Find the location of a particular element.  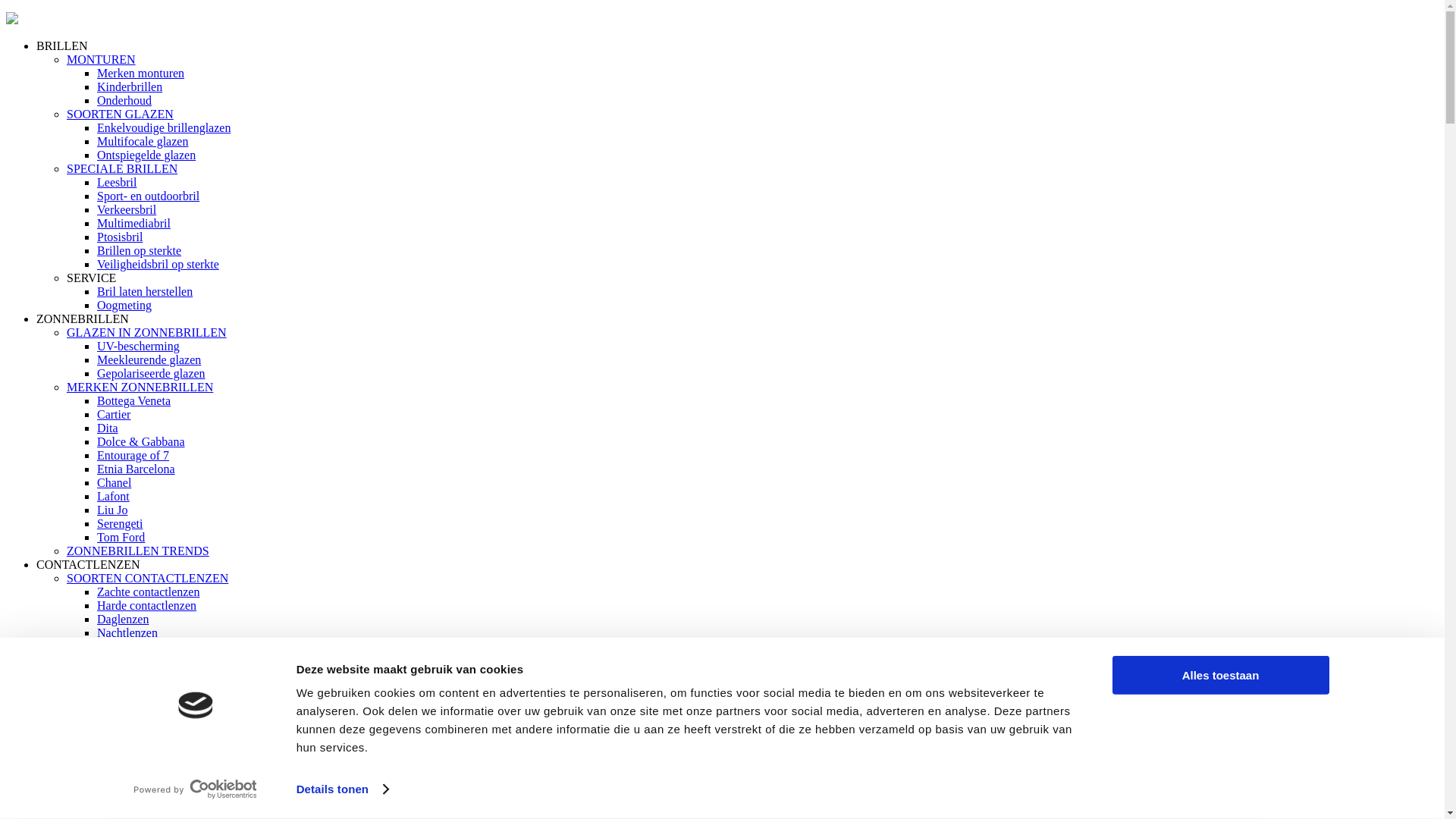

'GLAZEN IN ZONNEBRILLEN' is located at coordinates (146, 331).